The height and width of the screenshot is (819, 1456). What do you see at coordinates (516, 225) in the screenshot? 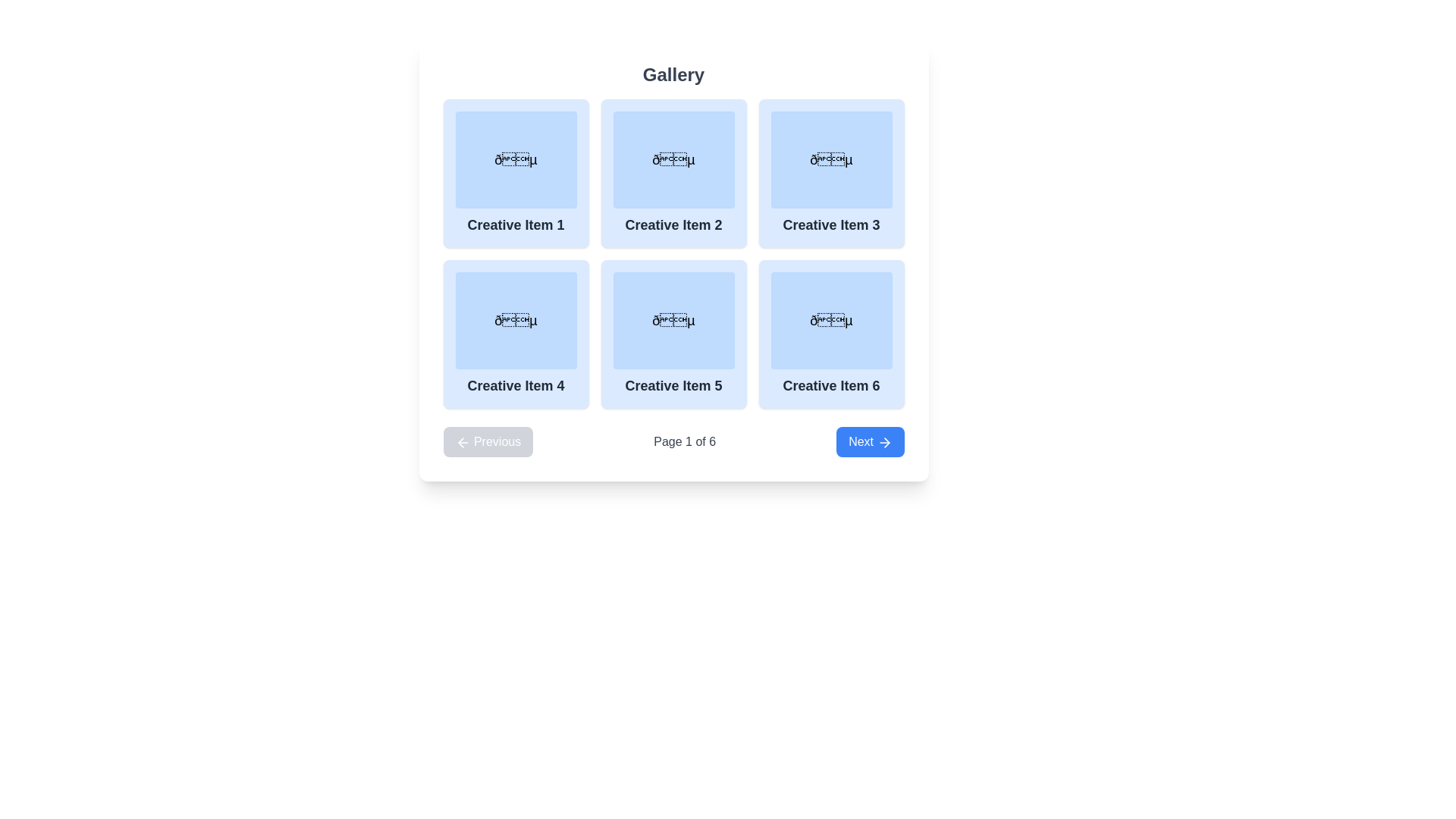
I see `the text label that reads 'Creative Item 1', which is styled in bold and dark gray, located within a light blue card in the top-left corner of a grid layout` at bounding box center [516, 225].